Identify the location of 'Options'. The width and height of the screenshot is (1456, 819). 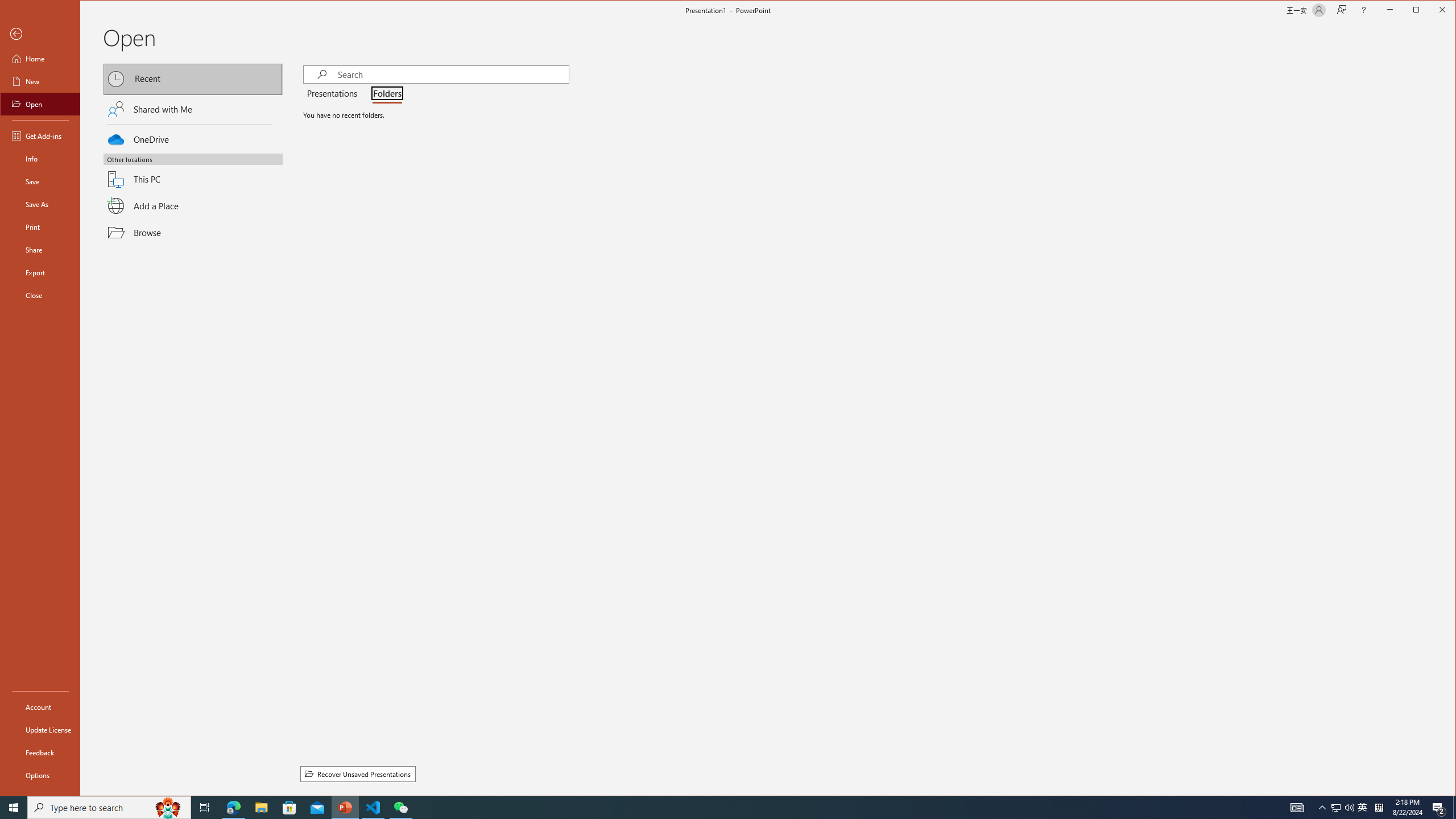
(39, 775).